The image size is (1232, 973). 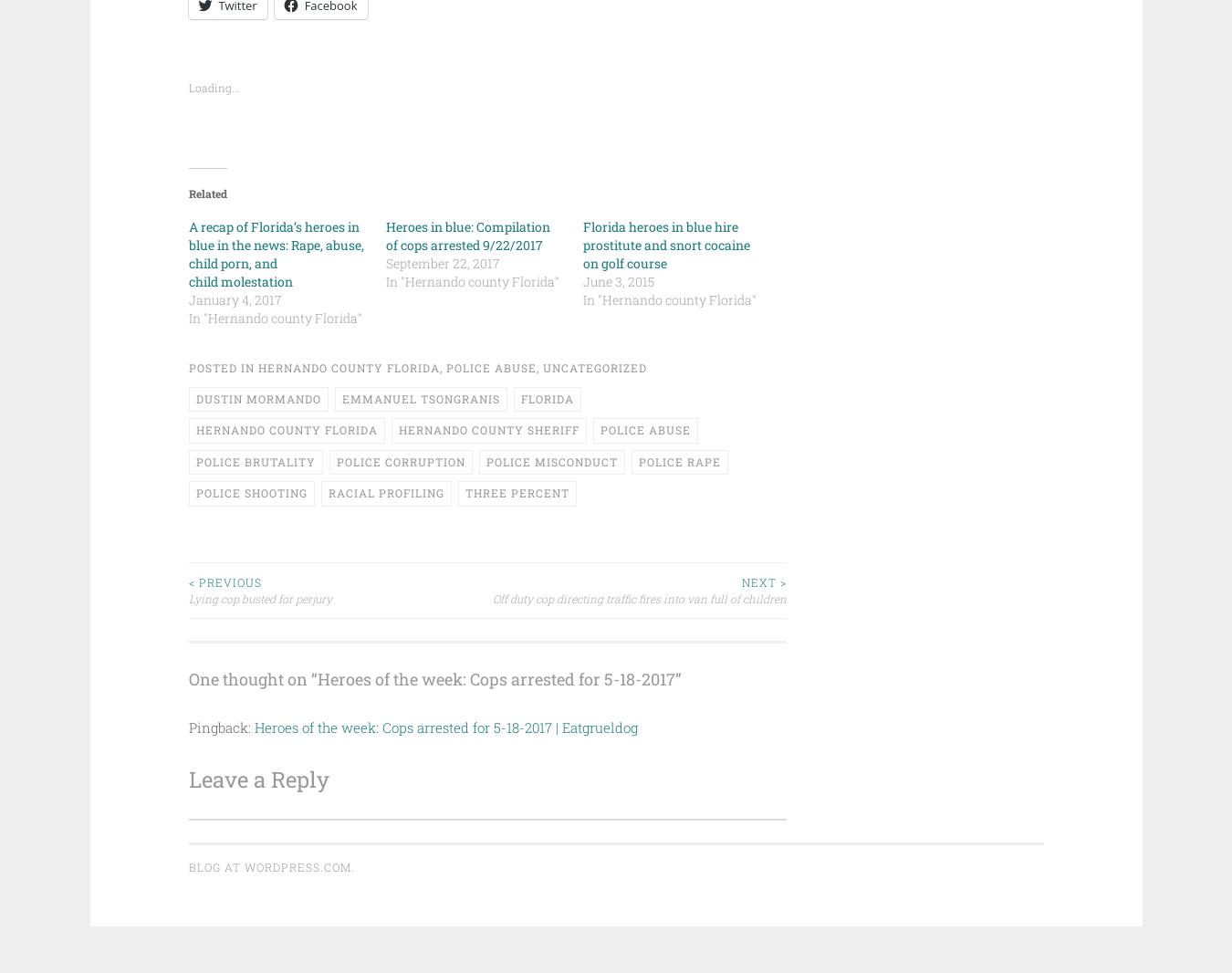 What do you see at coordinates (340, 397) in the screenshot?
I see `'emmanuel Tsongranis'` at bounding box center [340, 397].